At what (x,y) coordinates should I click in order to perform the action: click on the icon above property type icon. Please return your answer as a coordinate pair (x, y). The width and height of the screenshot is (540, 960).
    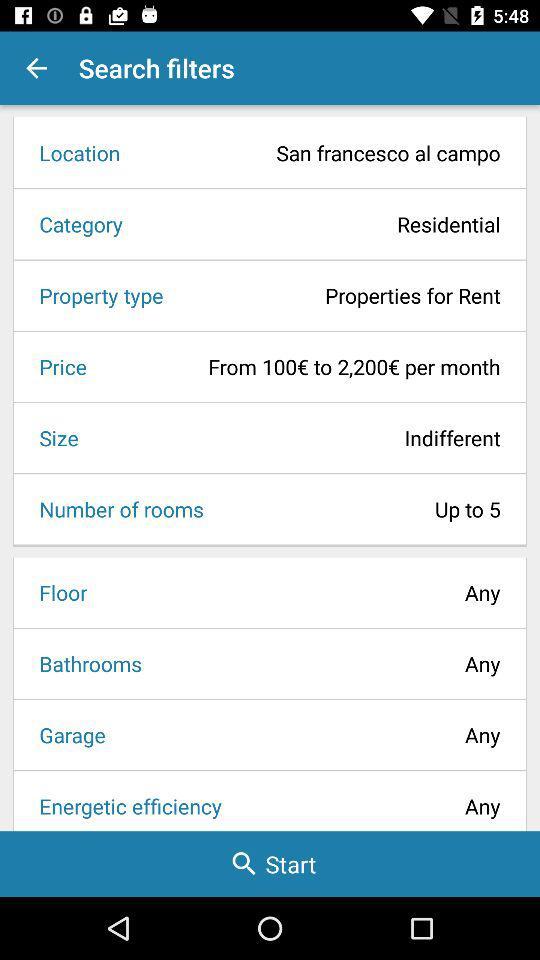
    Looking at the image, I should click on (318, 224).